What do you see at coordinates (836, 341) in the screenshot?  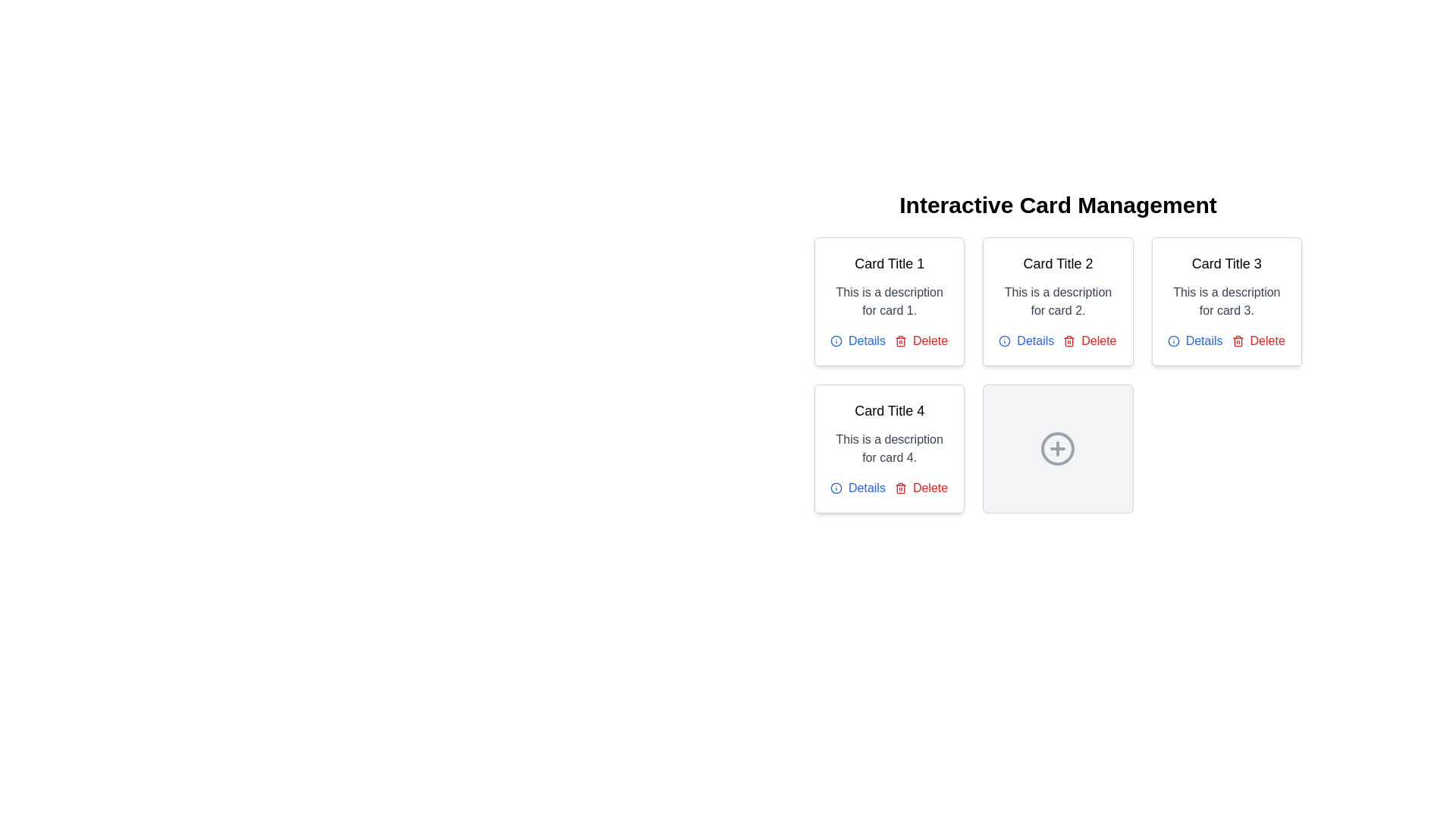 I see `the 'Details' icon located in the lower-left corner of the first card in the grid layout, which visually supports the 'Details' link for additional information` at bounding box center [836, 341].